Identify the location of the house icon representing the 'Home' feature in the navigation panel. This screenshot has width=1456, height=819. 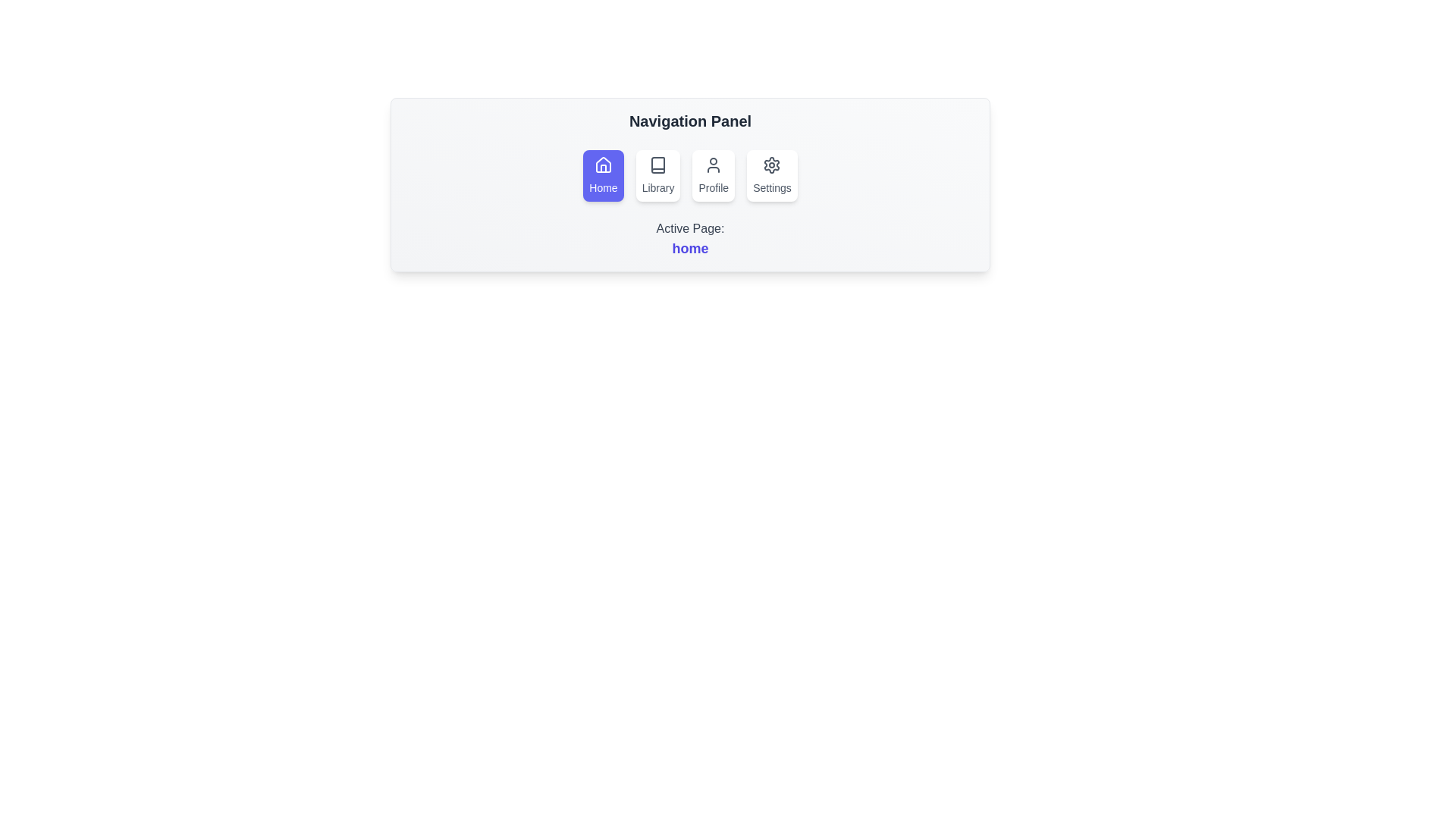
(603, 165).